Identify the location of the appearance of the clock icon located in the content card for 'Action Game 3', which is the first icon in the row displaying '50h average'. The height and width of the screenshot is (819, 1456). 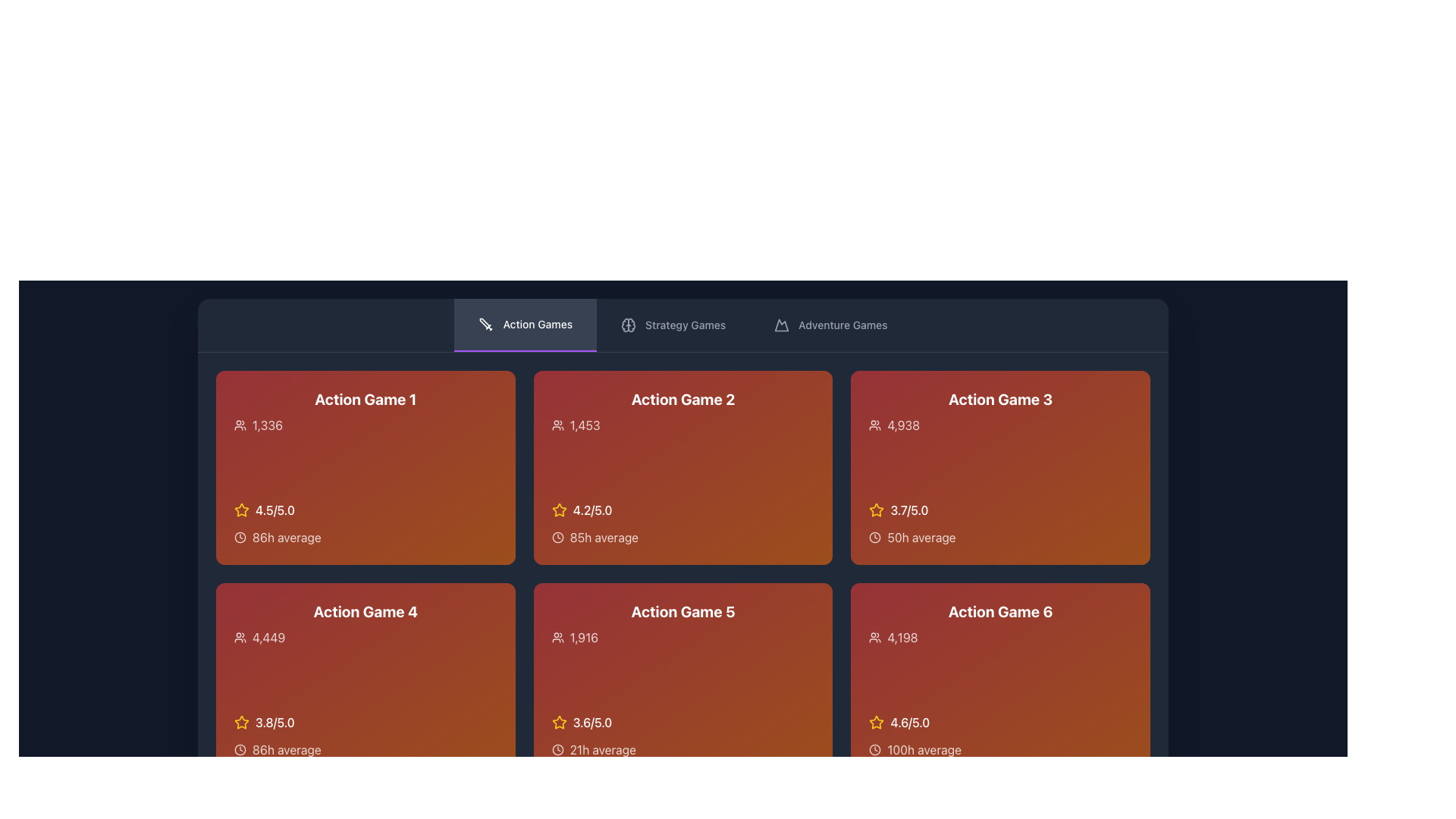
(875, 537).